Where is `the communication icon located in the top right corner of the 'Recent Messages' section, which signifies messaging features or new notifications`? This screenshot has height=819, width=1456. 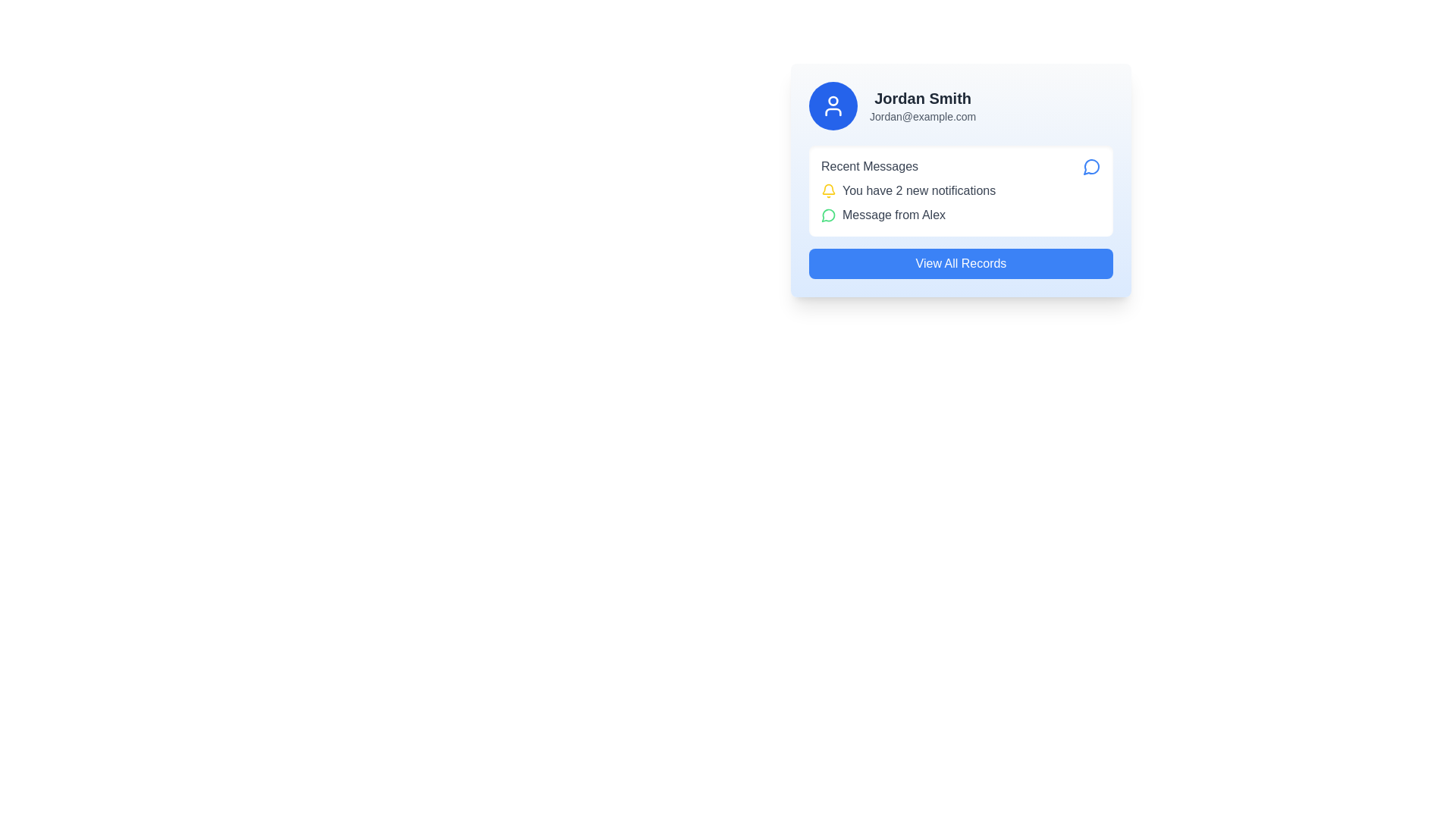
the communication icon located in the top right corner of the 'Recent Messages' section, which signifies messaging features or new notifications is located at coordinates (1090, 167).